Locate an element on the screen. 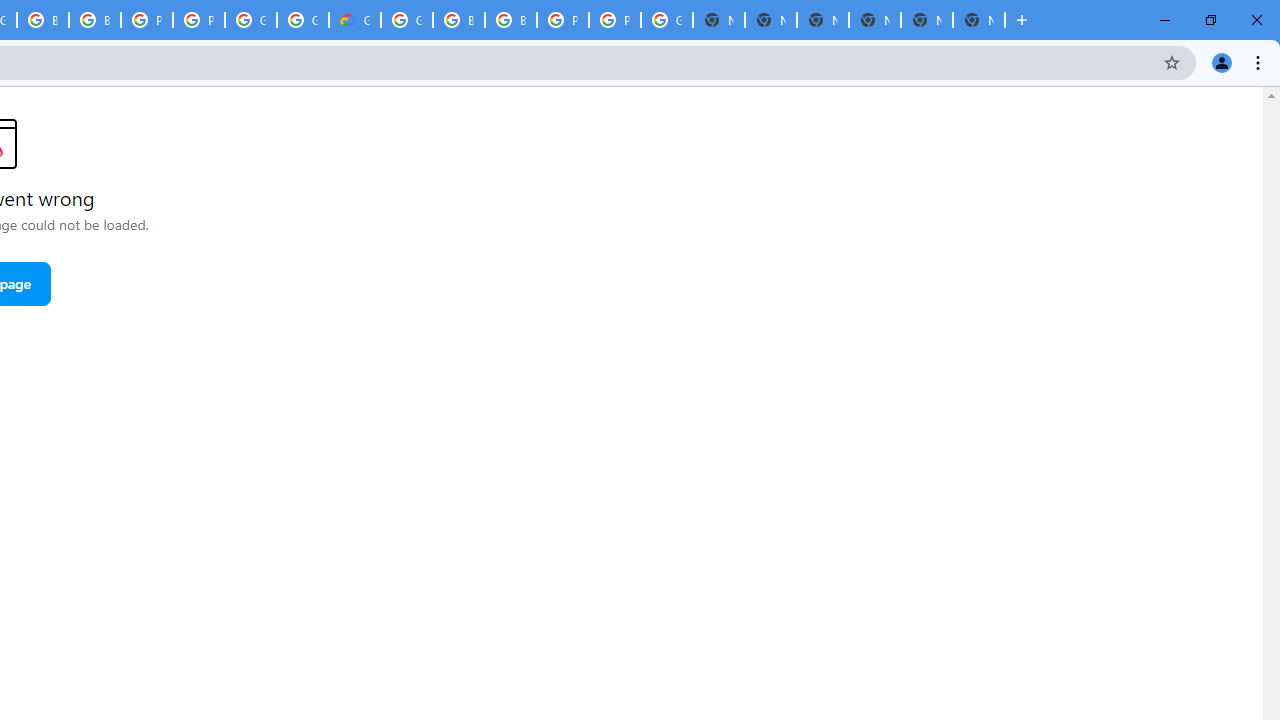  'Google Cloud Platform' is located at coordinates (301, 20).